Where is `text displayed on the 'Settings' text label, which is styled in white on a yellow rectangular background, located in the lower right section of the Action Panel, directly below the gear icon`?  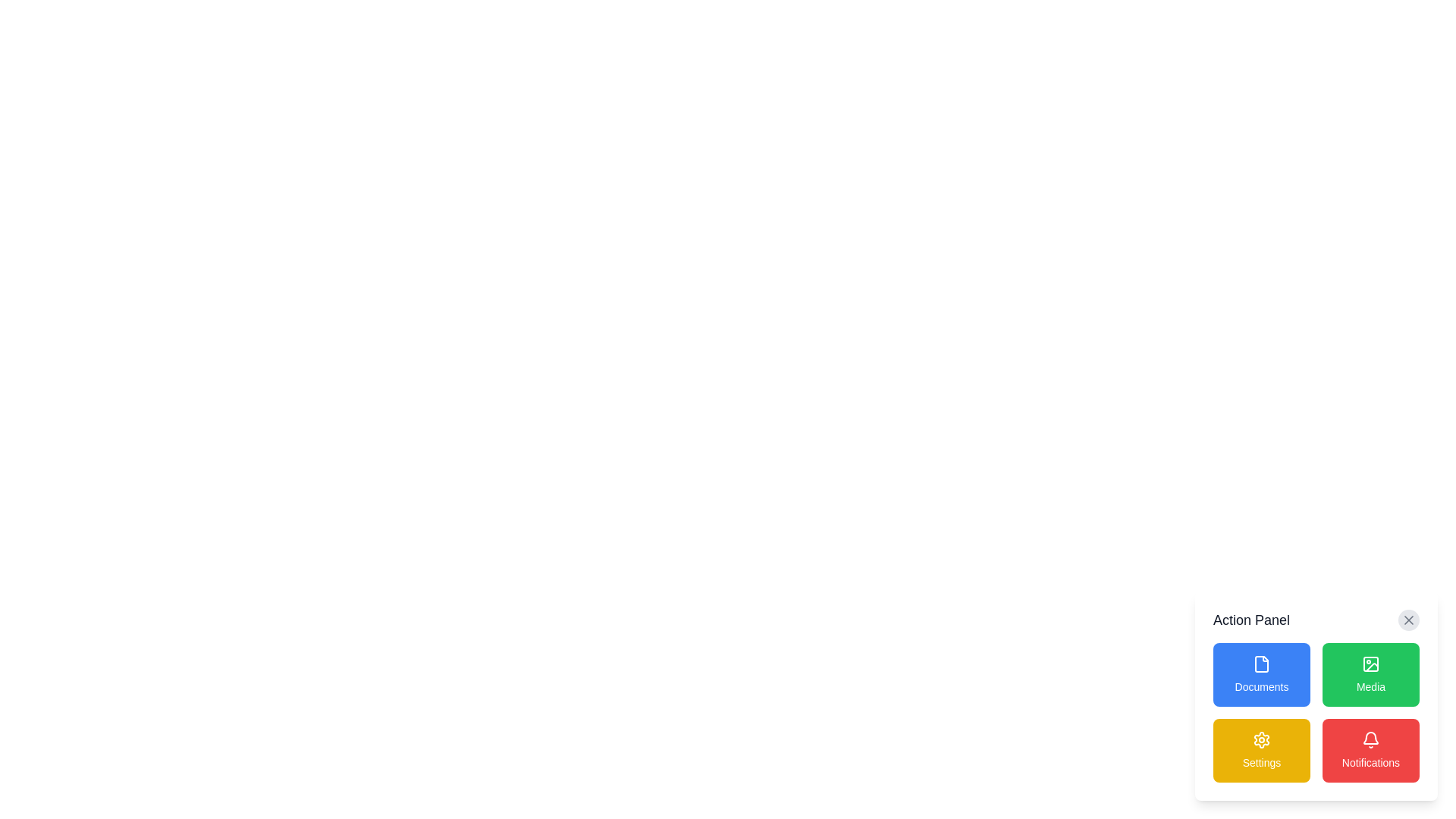
text displayed on the 'Settings' text label, which is styled in white on a yellow rectangular background, located in the lower right section of the Action Panel, directly below the gear icon is located at coordinates (1262, 763).